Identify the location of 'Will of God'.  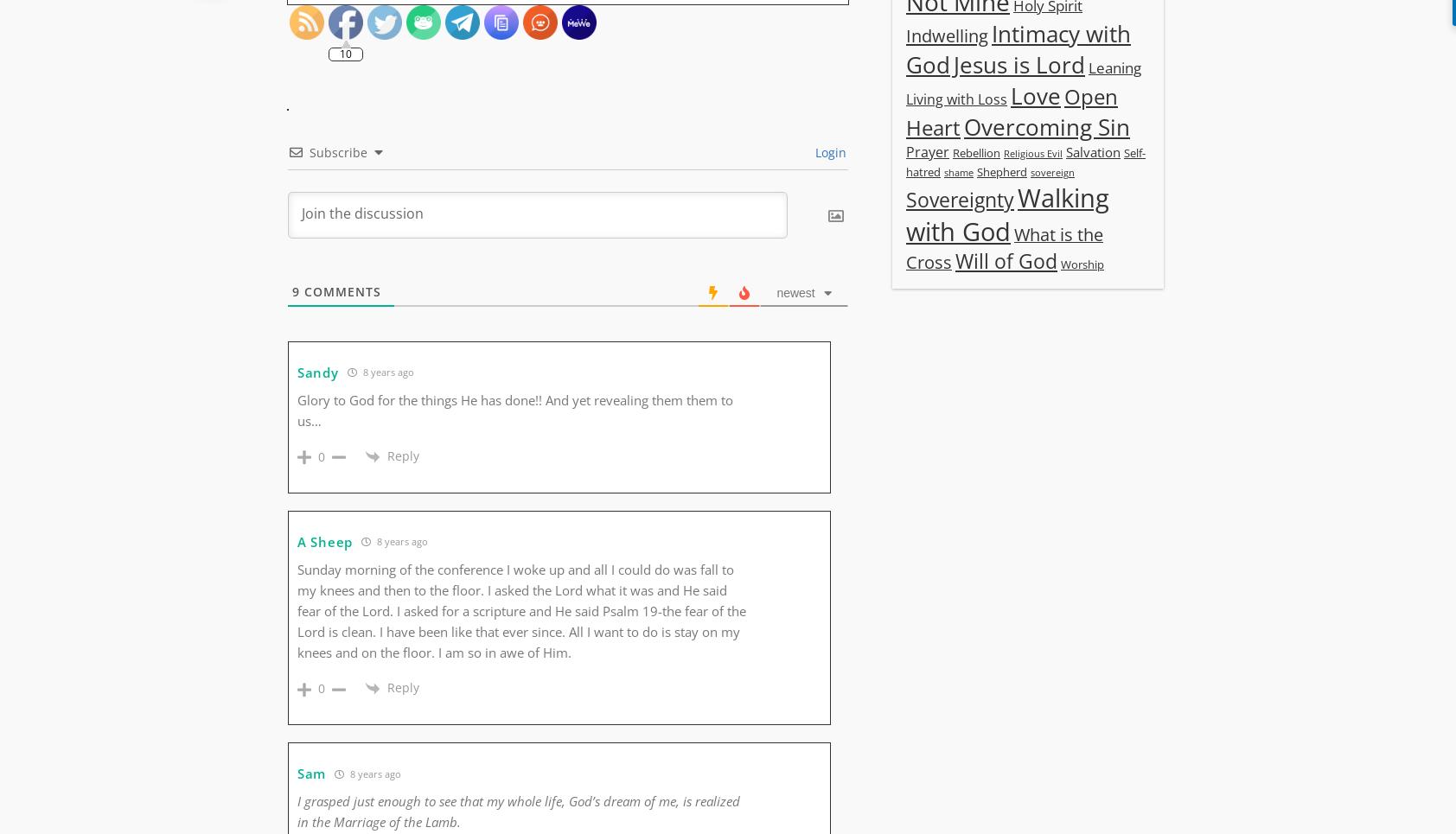
(1006, 259).